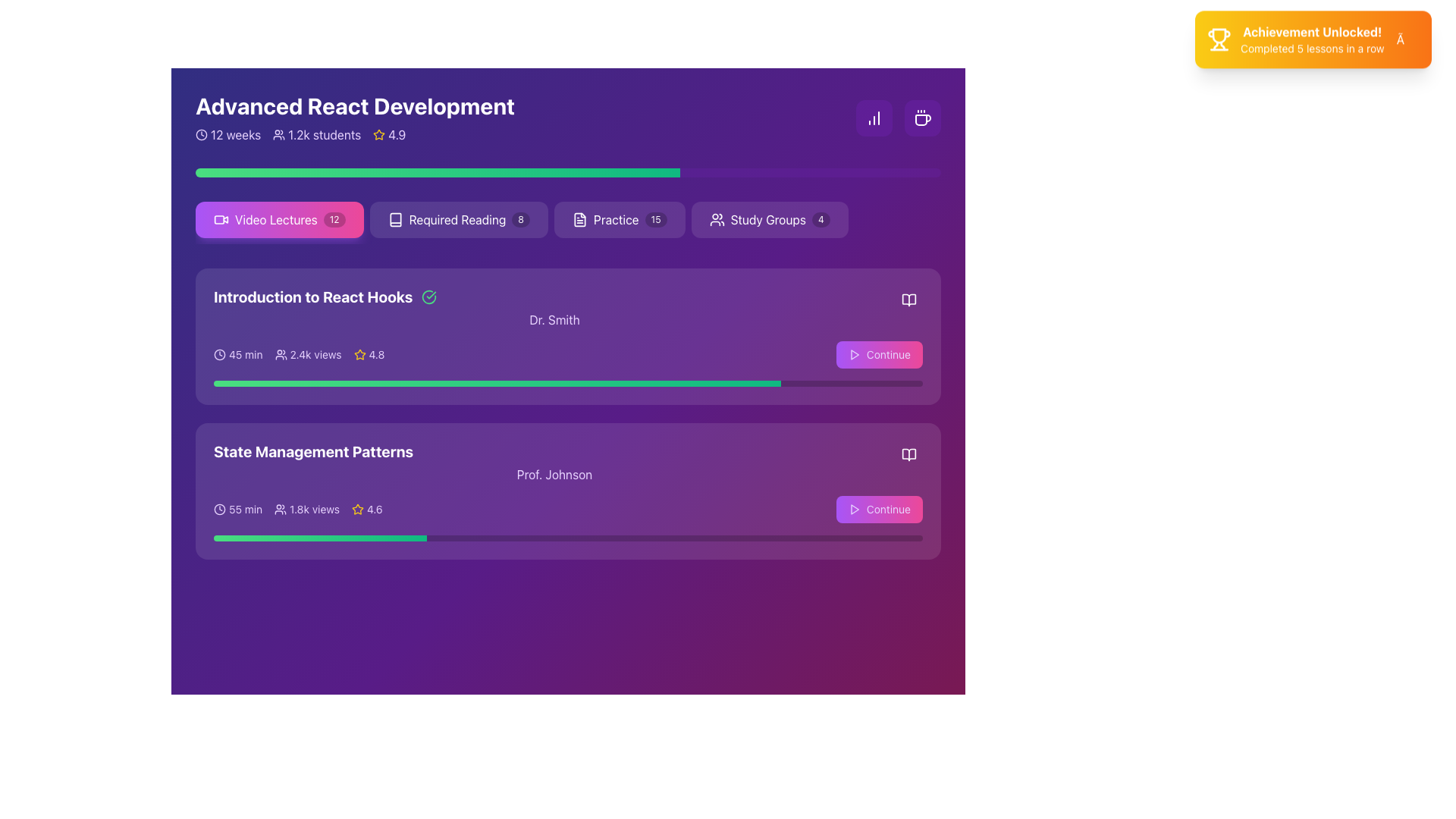  What do you see at coordinates (237, 354) in the screenshot?
I see `the Label with an icon indicating the duration of the lecture in the 'Introduction to React Hooks' section` at bounding box center [237, 354].